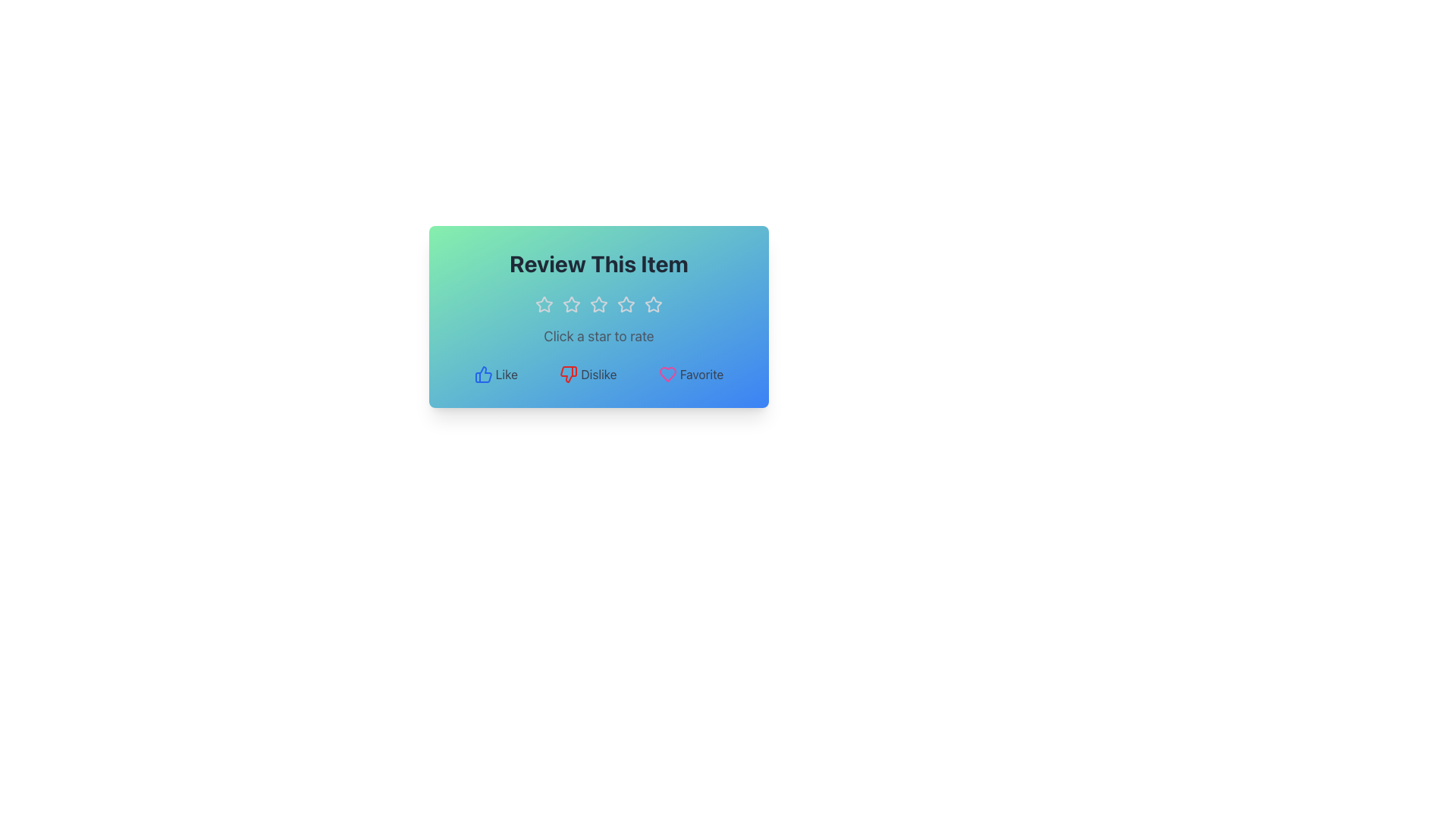  I want to click on the 'Like' button, which features a blue thumb-up icon and is the leftmost option in the 'Review This Item' panel, so click(496, 374).